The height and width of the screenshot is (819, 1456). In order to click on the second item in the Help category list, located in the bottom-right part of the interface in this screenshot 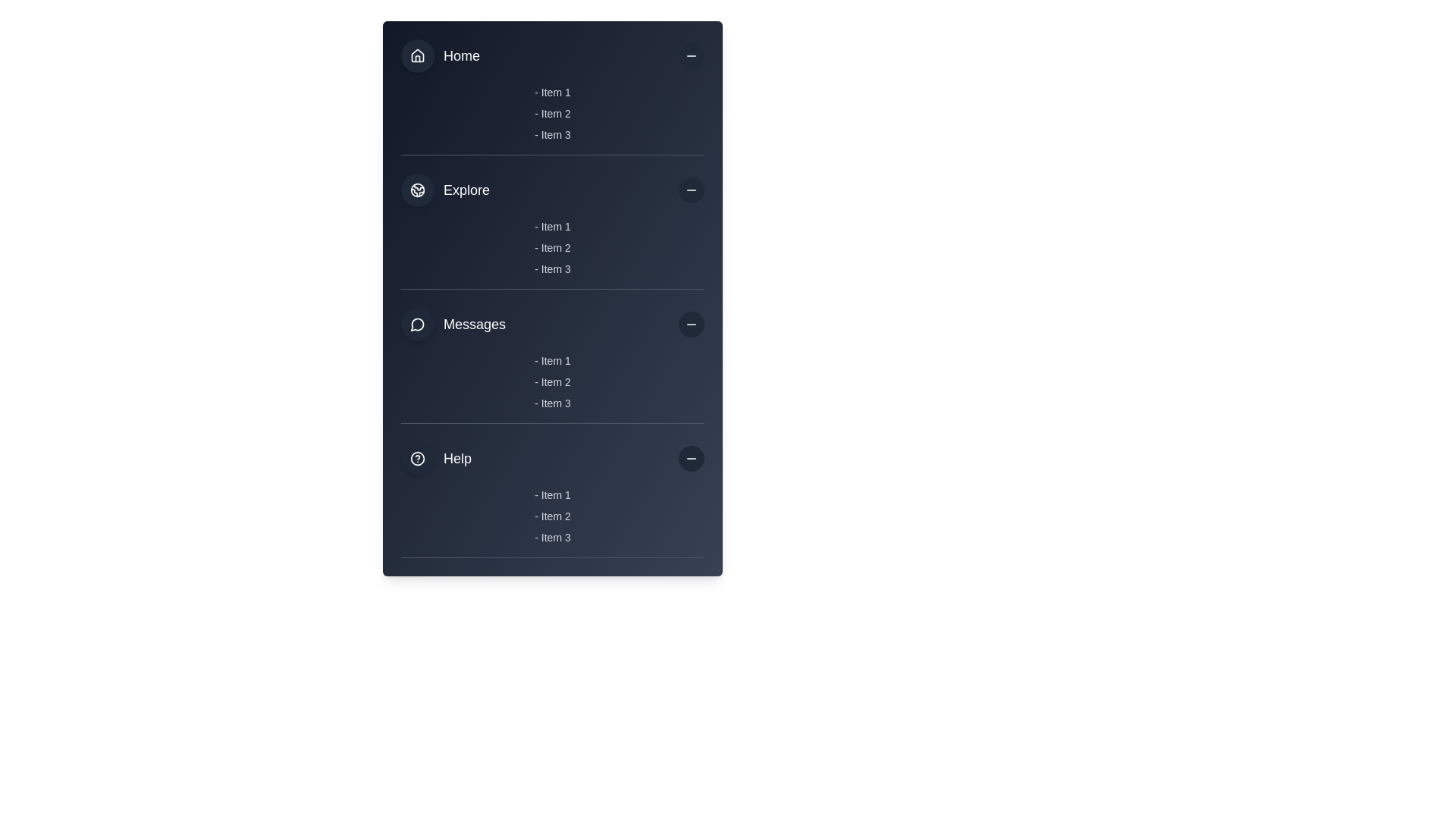, I will do `click(552, 516)`.